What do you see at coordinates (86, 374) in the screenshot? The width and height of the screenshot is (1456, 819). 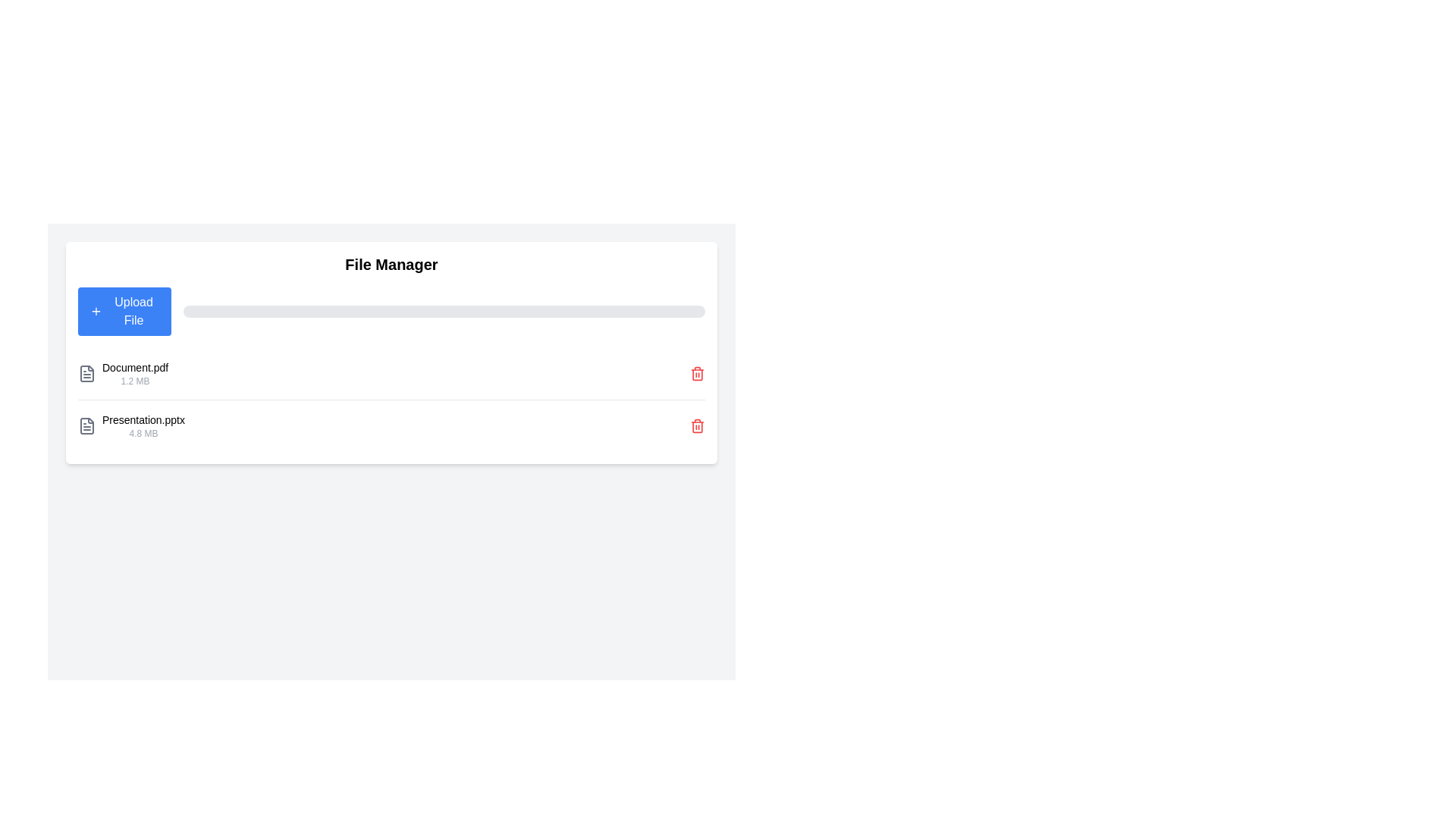 I see `the document shape element of the file icon, which features a rectangular outline with a slight inward fold, located within an SVG component` at bounding box center [86, 374].